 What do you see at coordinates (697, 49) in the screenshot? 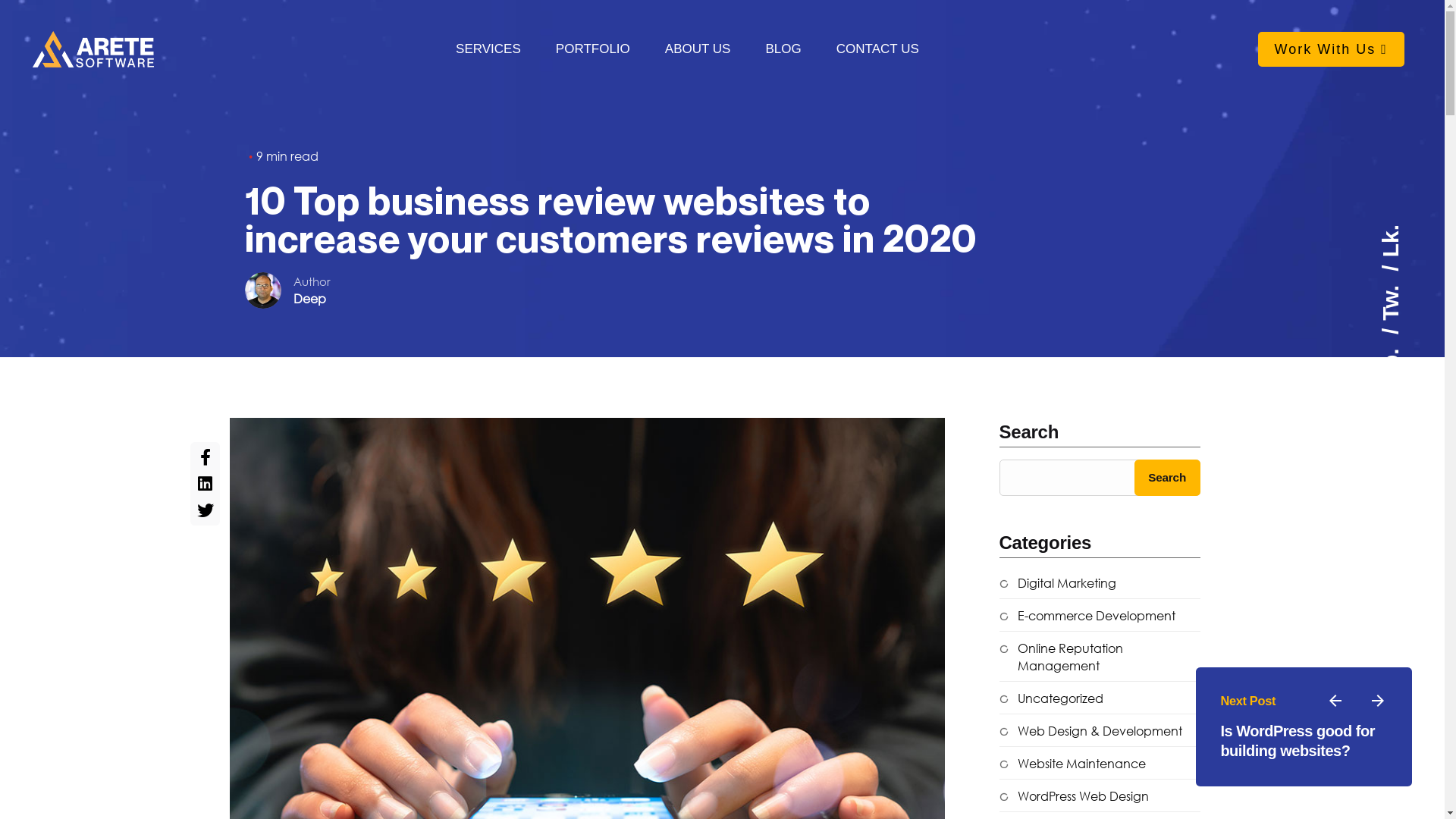
I see `'ABOUT US'` at bounding box center [697, 49].